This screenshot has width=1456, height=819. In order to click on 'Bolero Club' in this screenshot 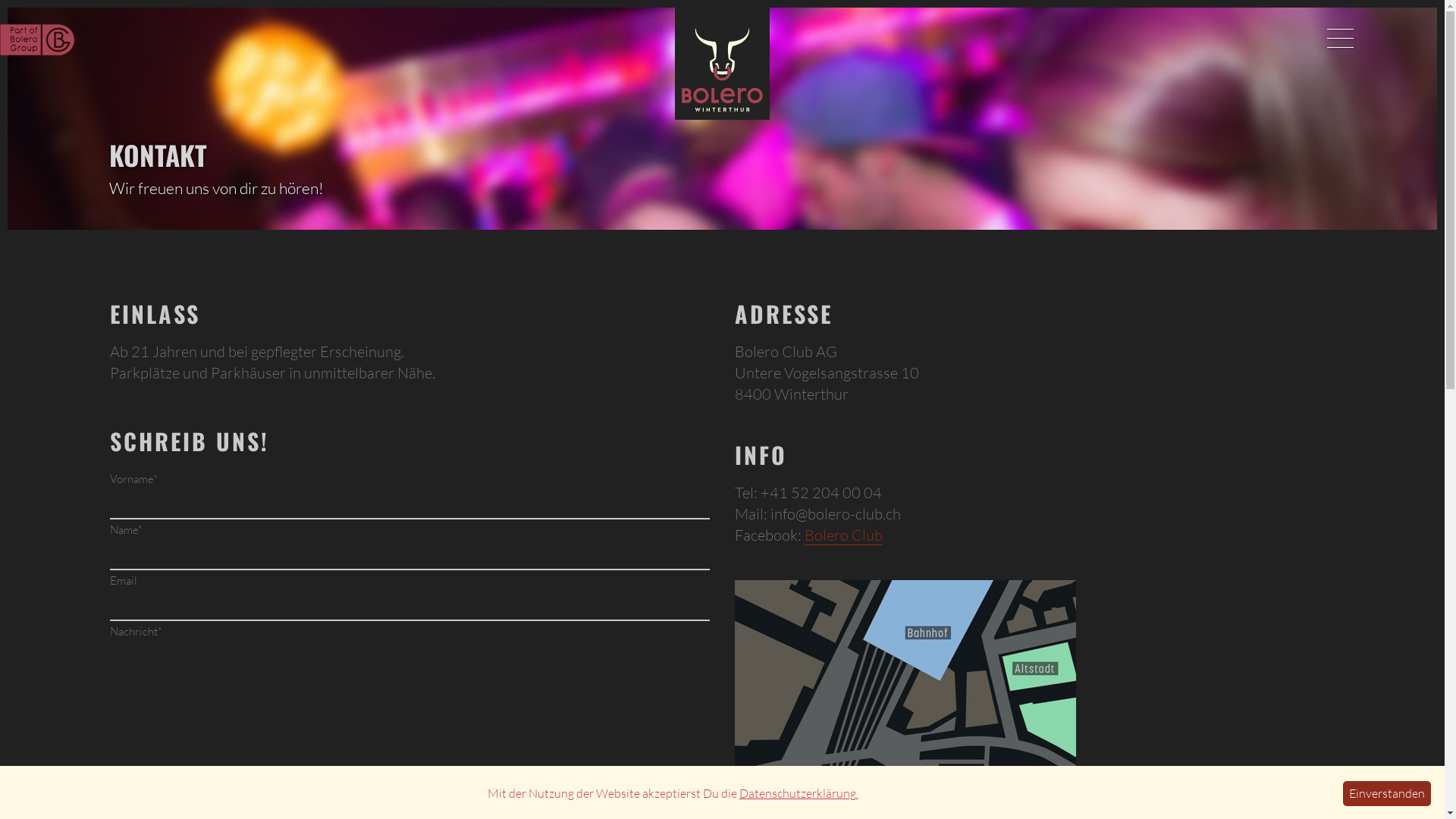, I will do `click(843, 534)`.